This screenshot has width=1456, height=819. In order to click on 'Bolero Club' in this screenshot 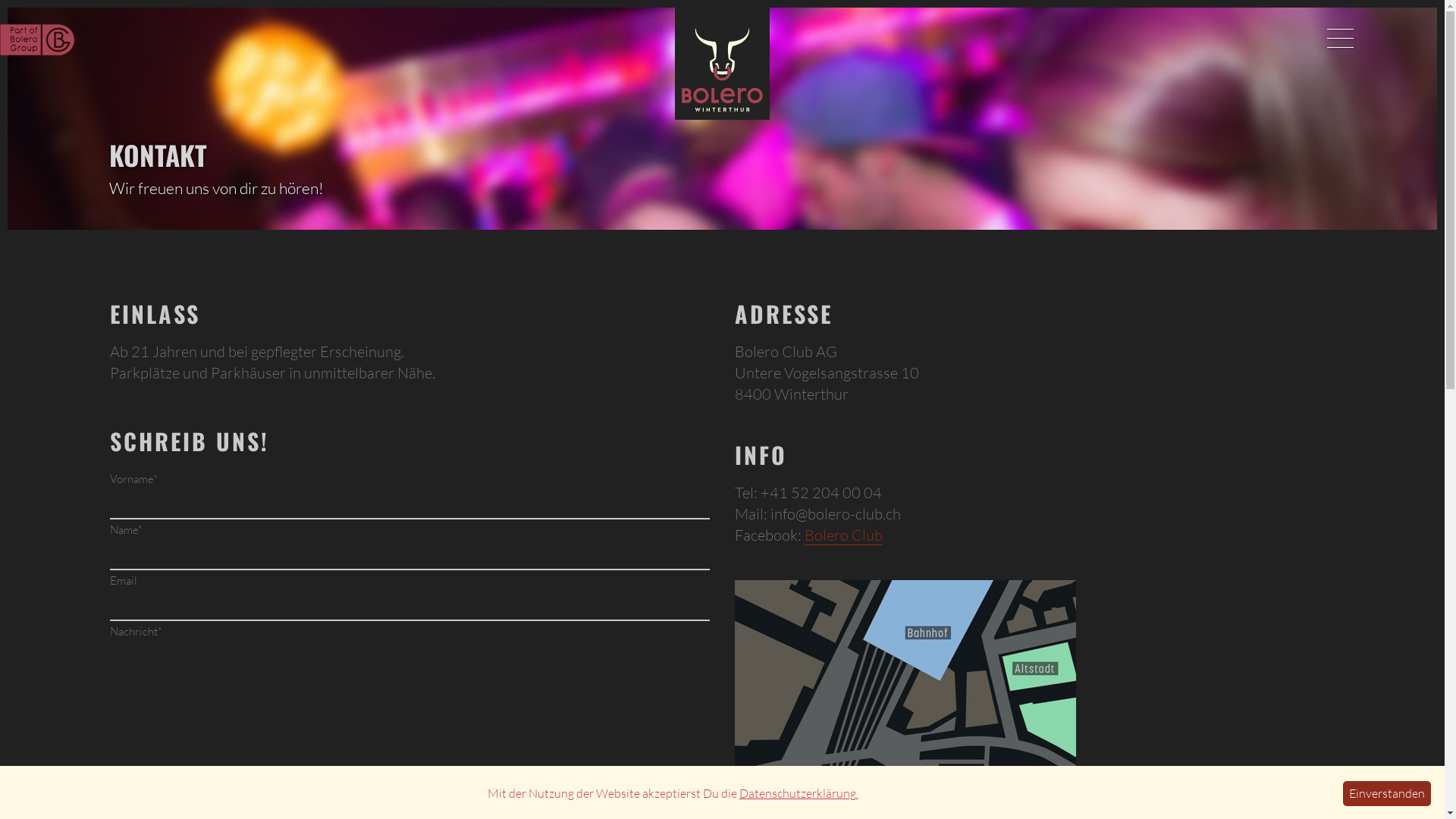, I will do `click(843, 534)`.